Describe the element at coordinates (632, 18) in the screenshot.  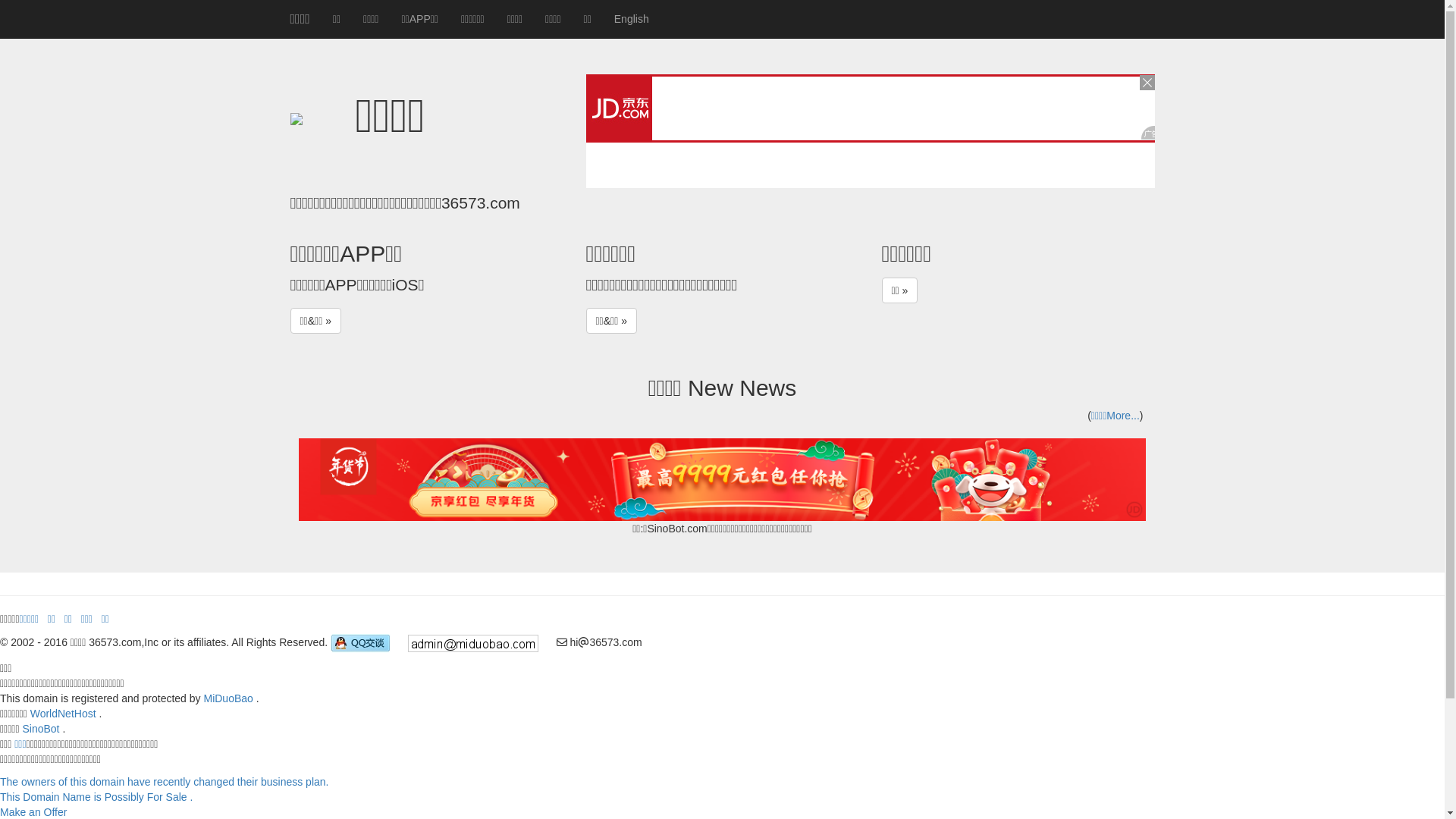
I see `'English'` at that location.